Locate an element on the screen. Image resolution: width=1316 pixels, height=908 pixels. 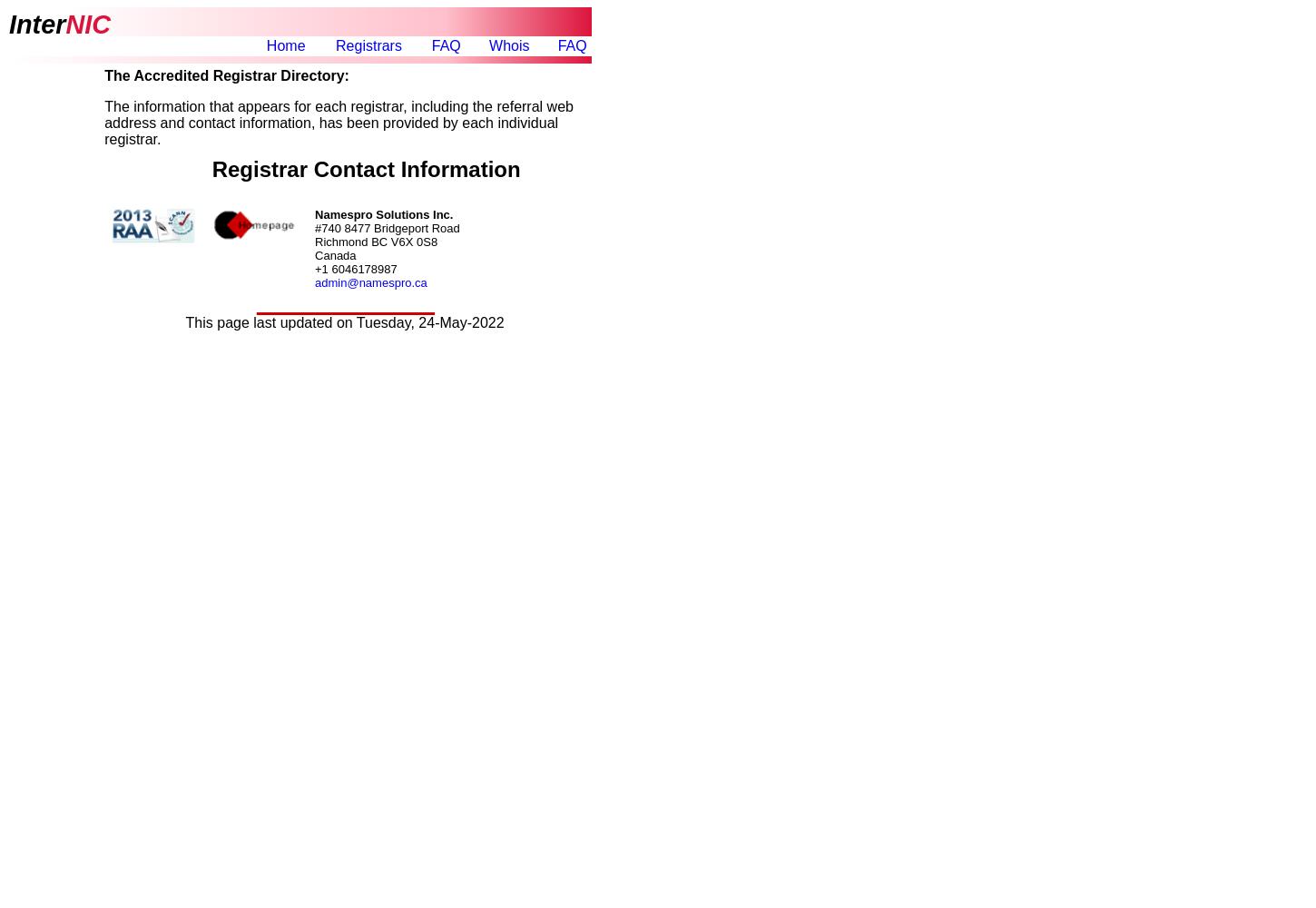
'Canada' is located at coordinates (314, 255).